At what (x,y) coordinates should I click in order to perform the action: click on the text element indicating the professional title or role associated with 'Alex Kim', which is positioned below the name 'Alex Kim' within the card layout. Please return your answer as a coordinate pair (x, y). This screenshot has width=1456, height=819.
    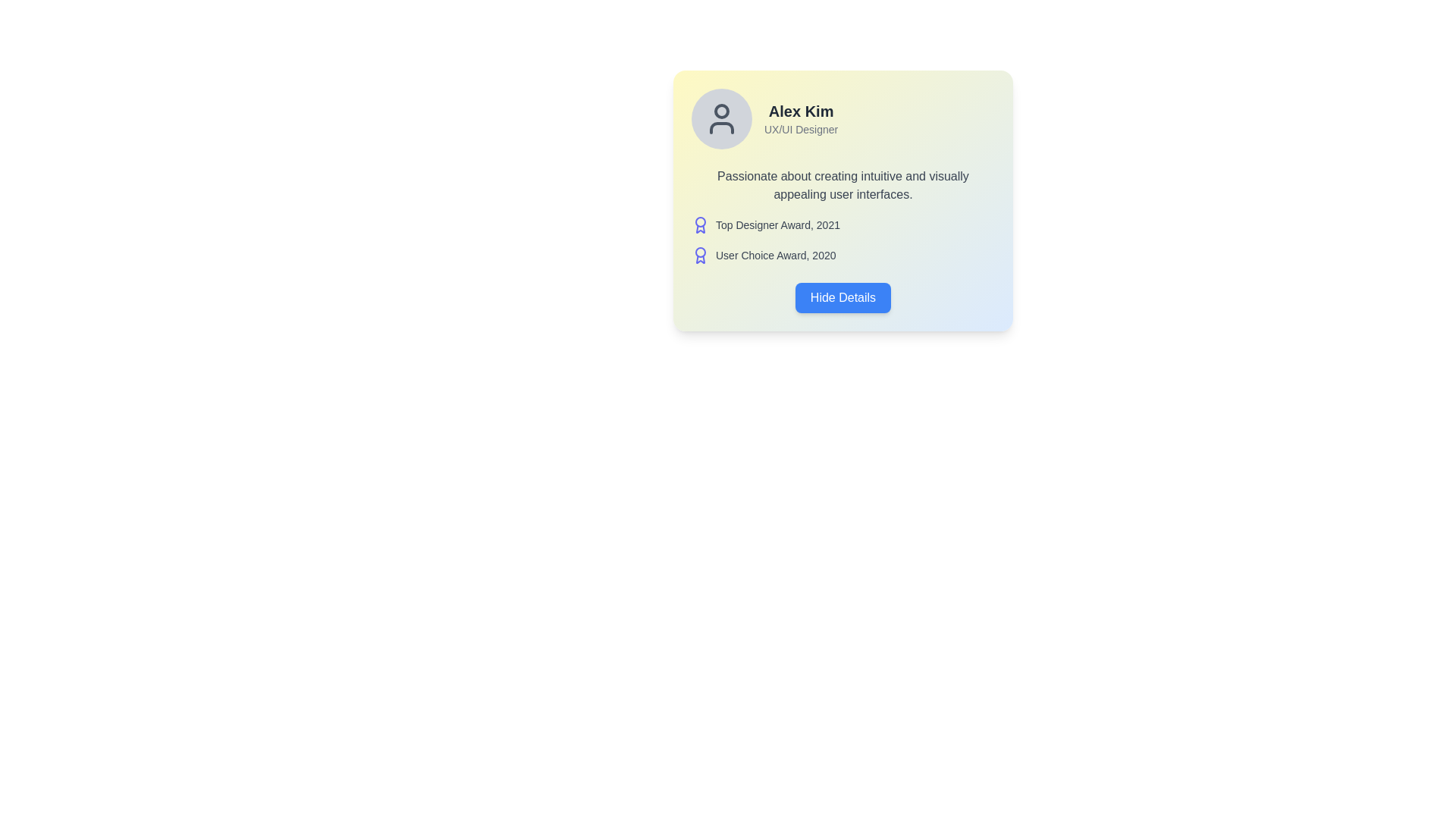
    Looking at the image, I should click on (800, 128).